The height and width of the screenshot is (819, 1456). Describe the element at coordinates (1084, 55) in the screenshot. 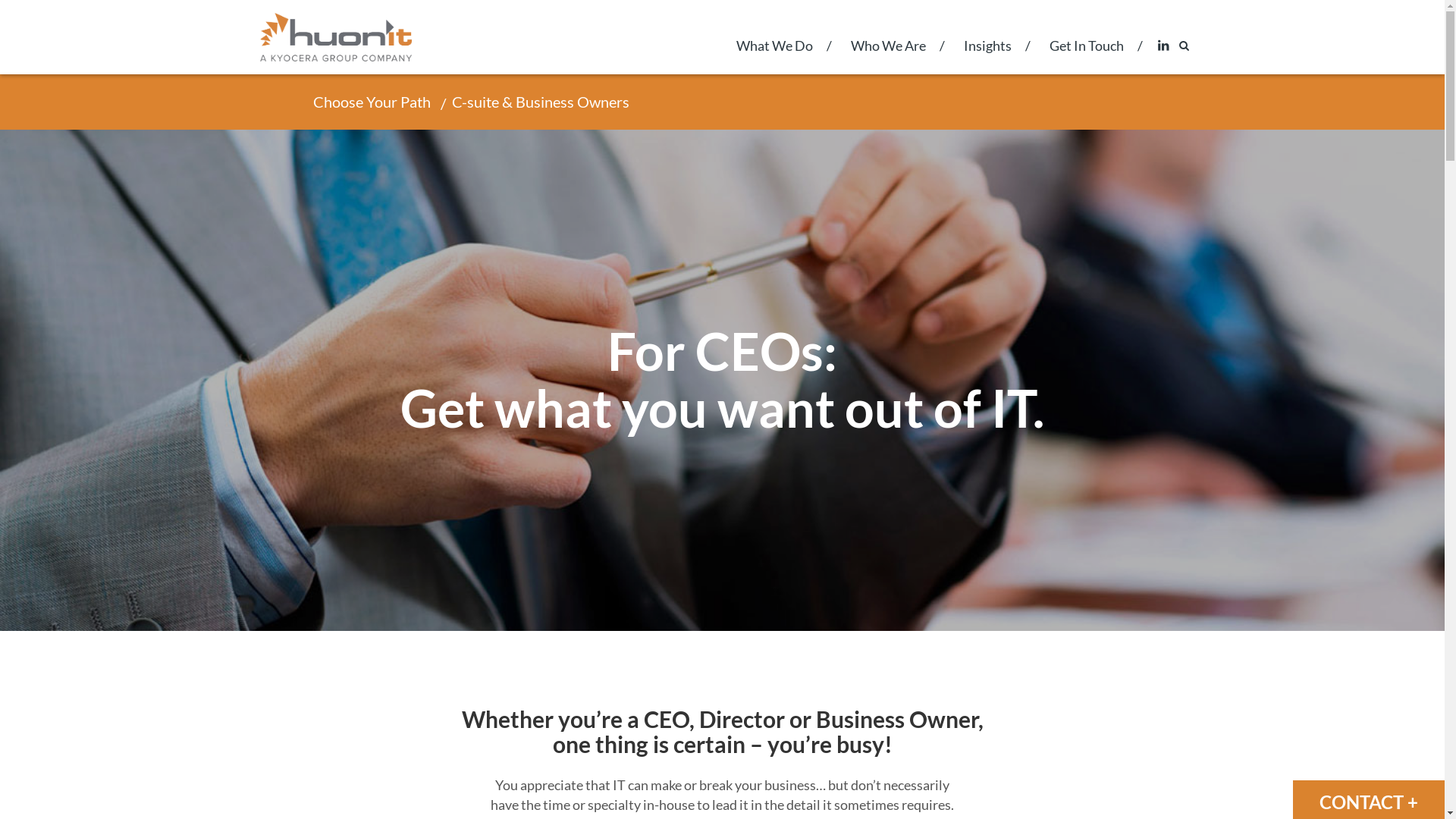

I see `'Get In Touch'` at that location.